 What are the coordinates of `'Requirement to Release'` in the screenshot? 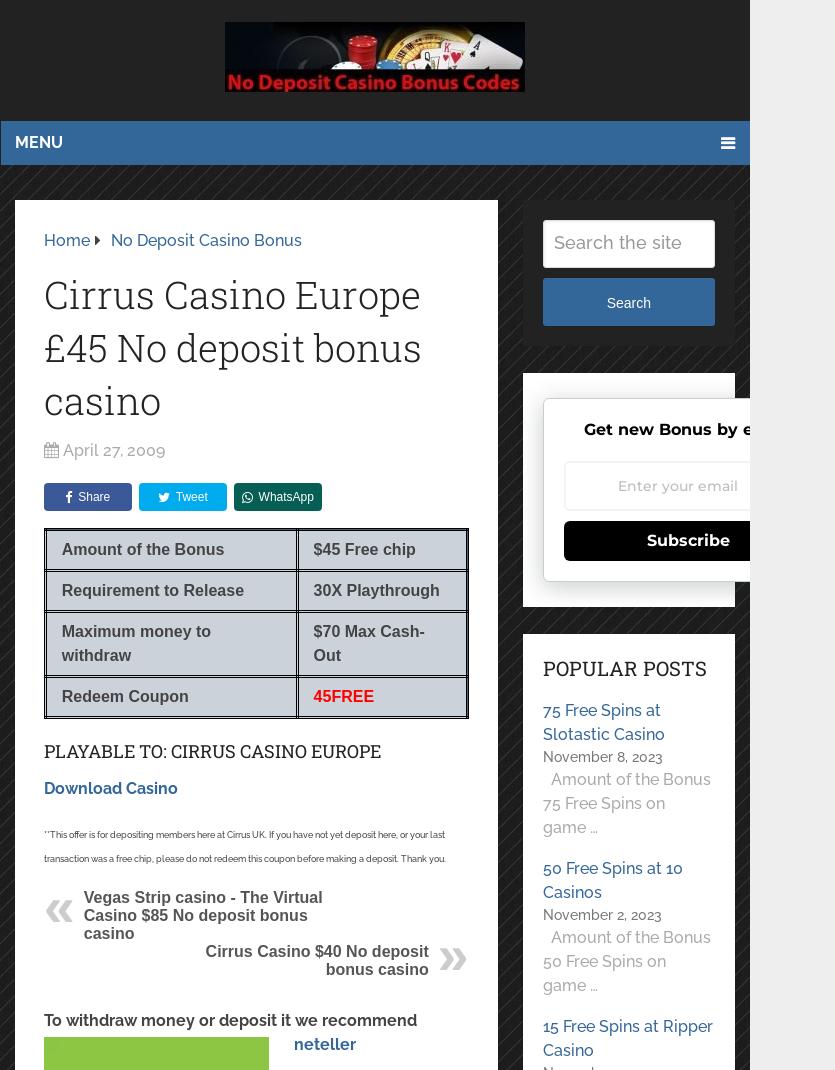 It's located at (151, 589).